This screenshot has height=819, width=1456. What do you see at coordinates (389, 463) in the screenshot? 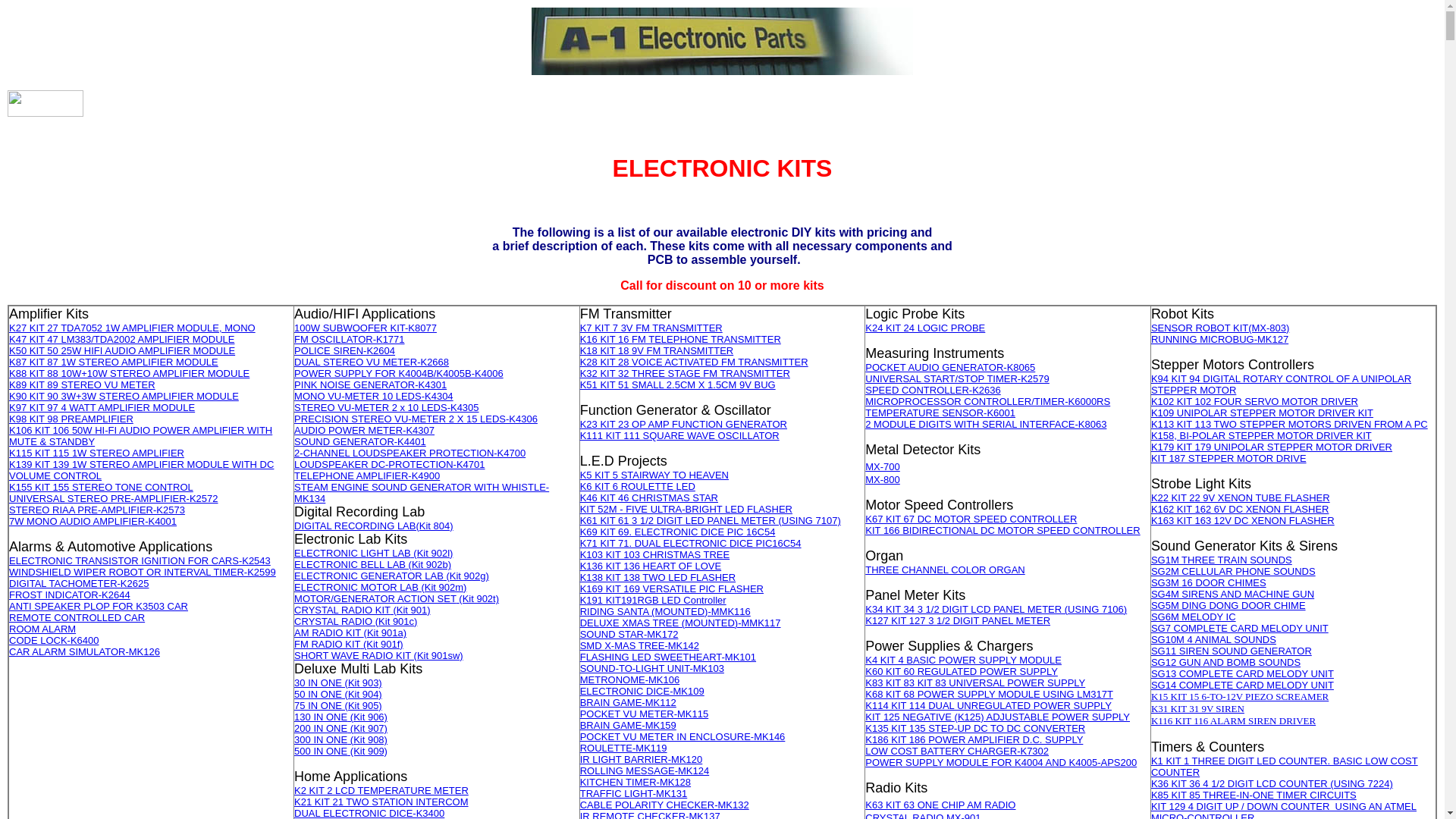
I see `'LOUDSPEAKER DC-PROTECTION-K4701'` at bounding box center [389, 463].